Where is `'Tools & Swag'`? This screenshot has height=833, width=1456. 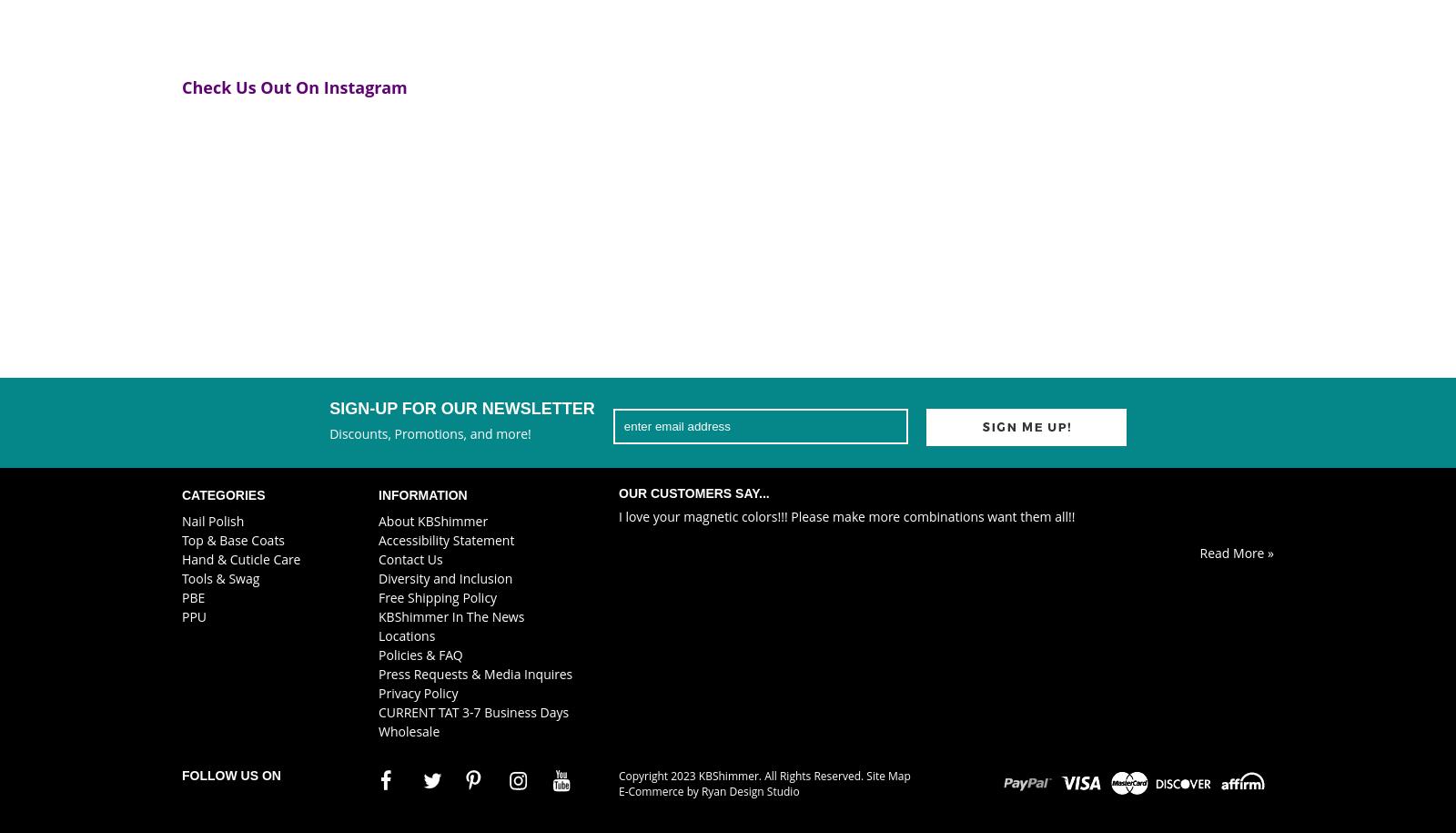 'Tools & Swag' is located at coordinates (220, 577).